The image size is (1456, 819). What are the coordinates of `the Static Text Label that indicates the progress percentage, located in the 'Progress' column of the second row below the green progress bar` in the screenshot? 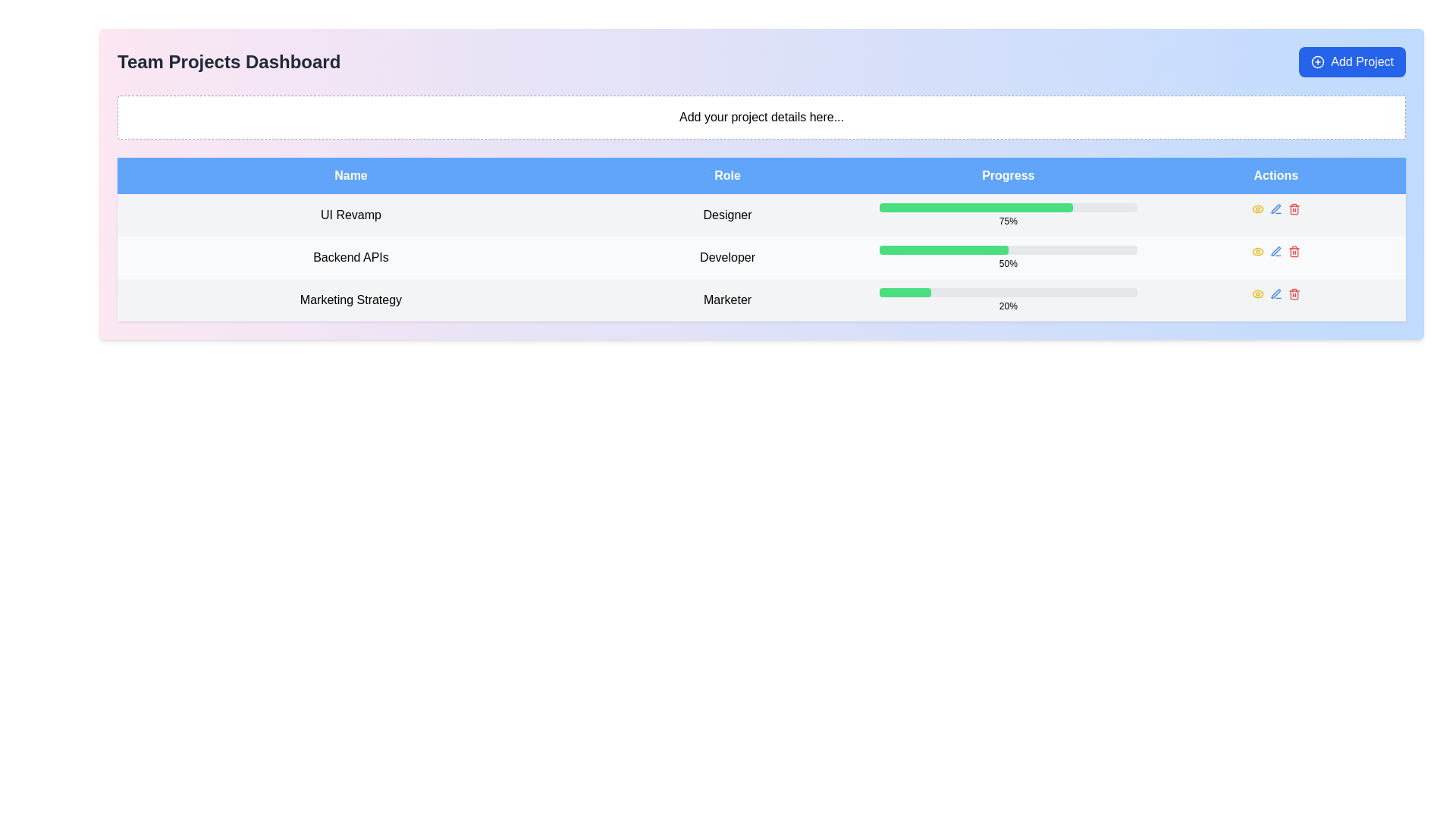 It's located at (1008, 262).